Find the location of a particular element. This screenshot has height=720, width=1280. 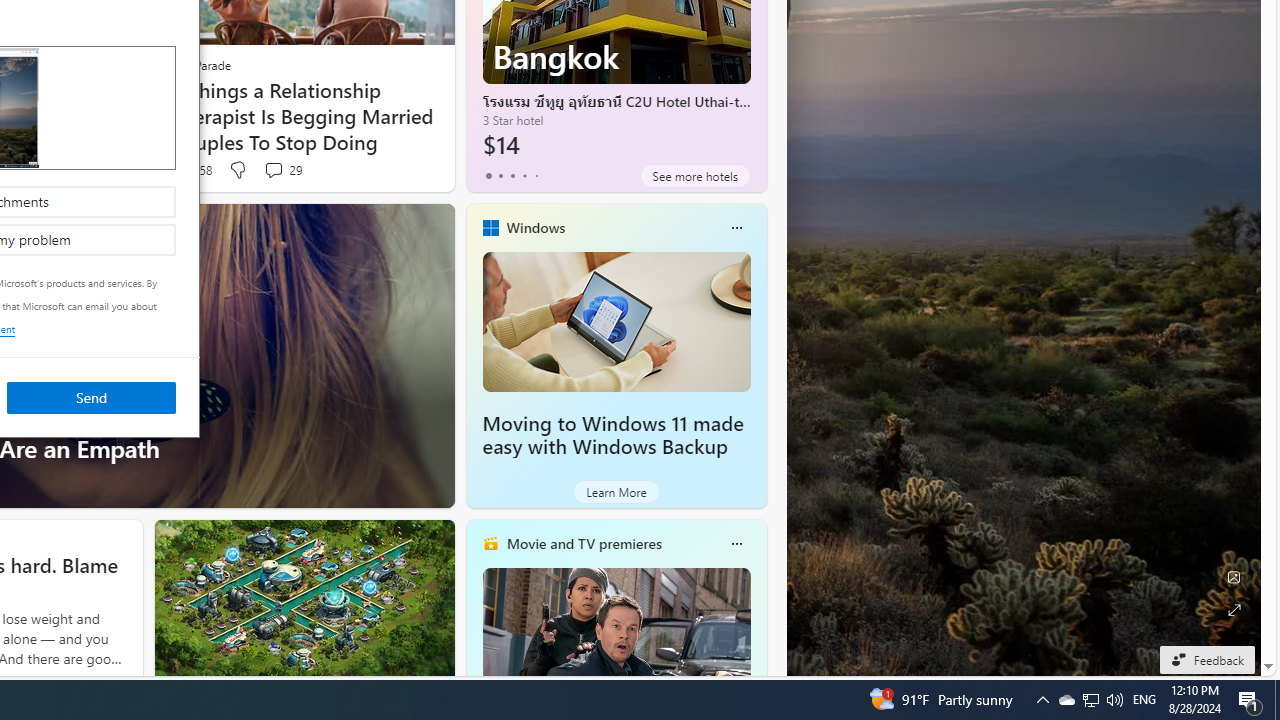

'View comments 29 Comment' is located at coordinates (281, 169).